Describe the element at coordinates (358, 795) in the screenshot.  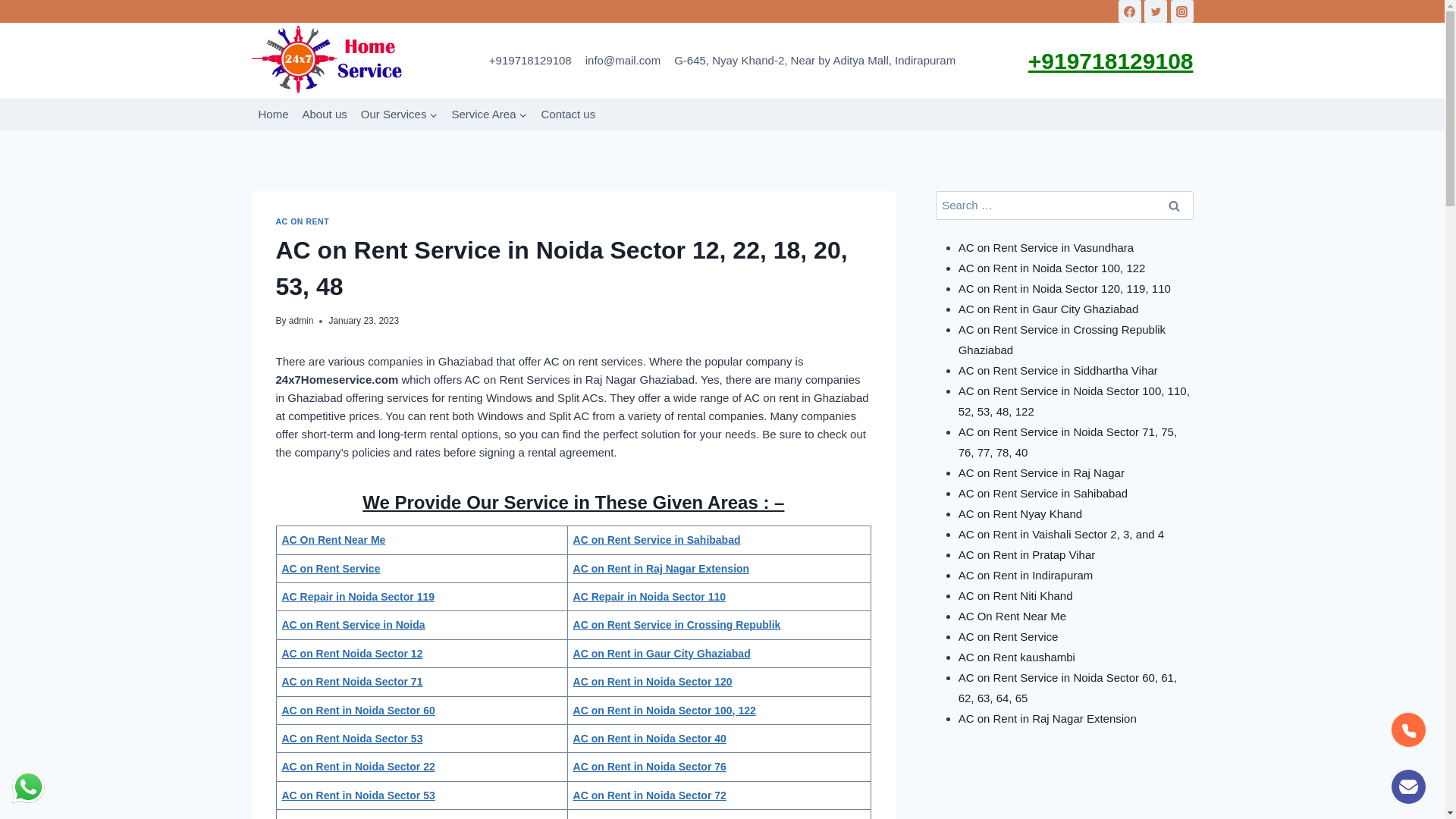
I see `'AC on Rent in Noida Sector 53'` at that location.